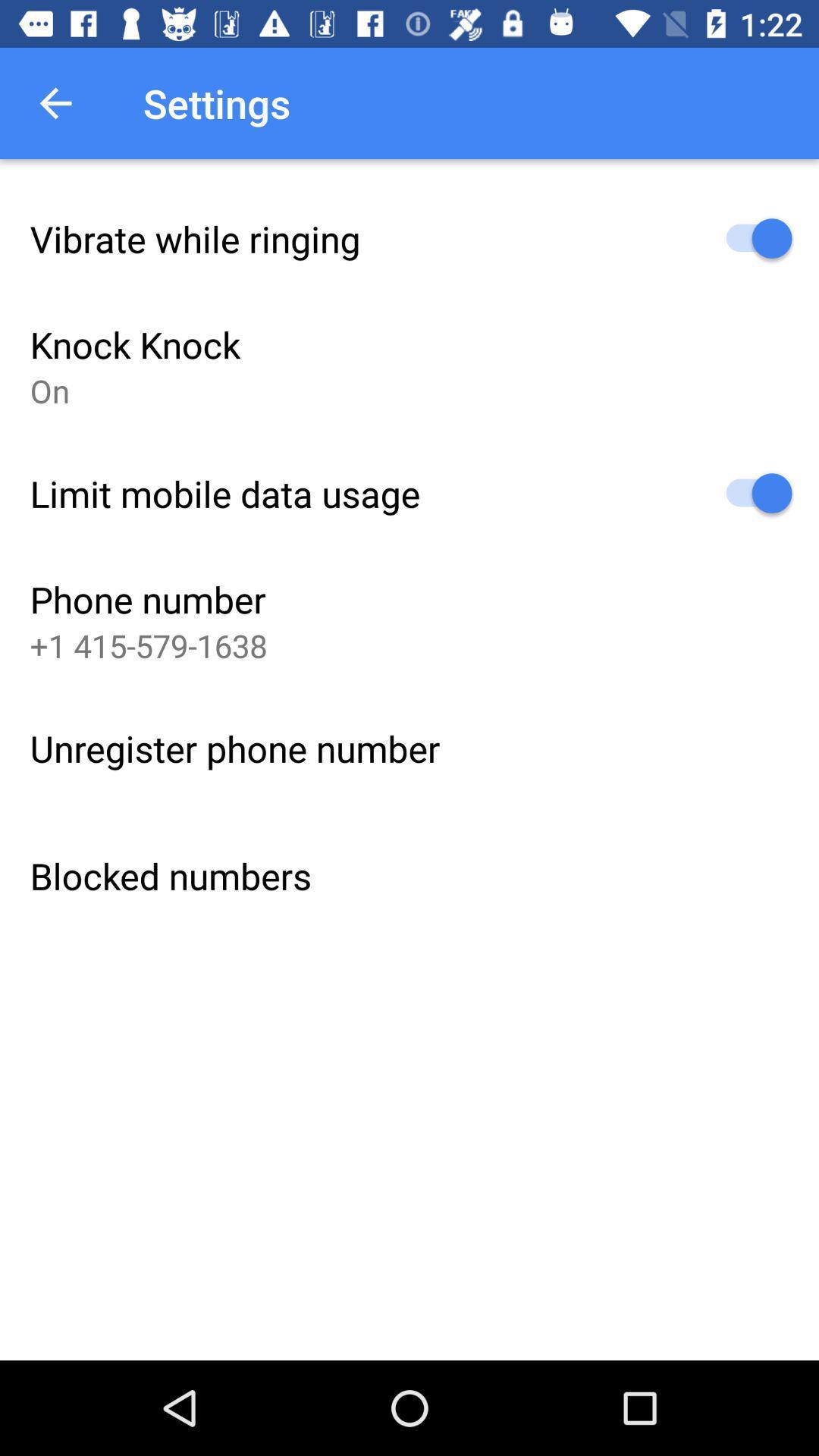  What do you see at coordinates (171, 876) in the screenshot?
I see `the blocked numbers item` at bounding box center [171, 876].